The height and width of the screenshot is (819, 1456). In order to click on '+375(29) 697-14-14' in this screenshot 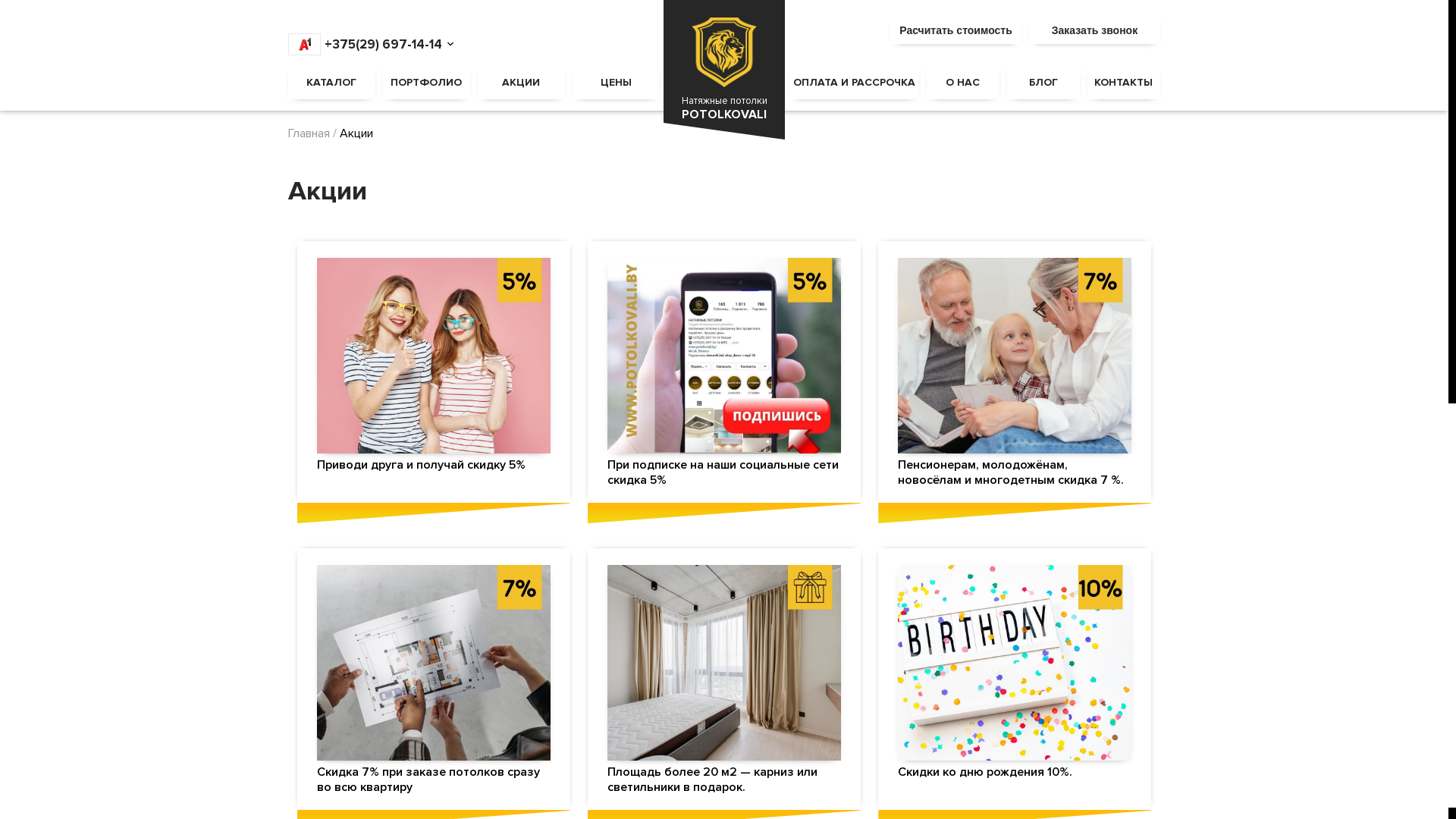, I will do `click(365, 43)`.